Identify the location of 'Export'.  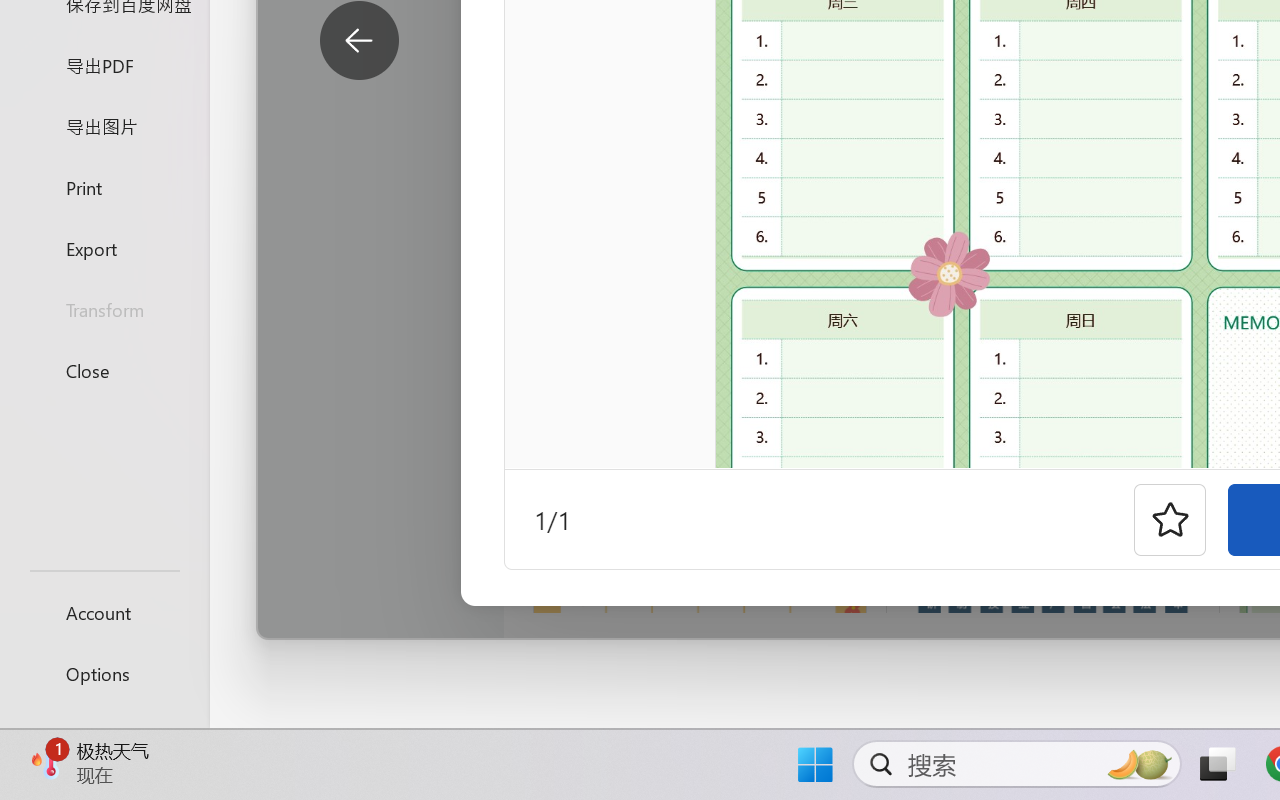
(103, 247).